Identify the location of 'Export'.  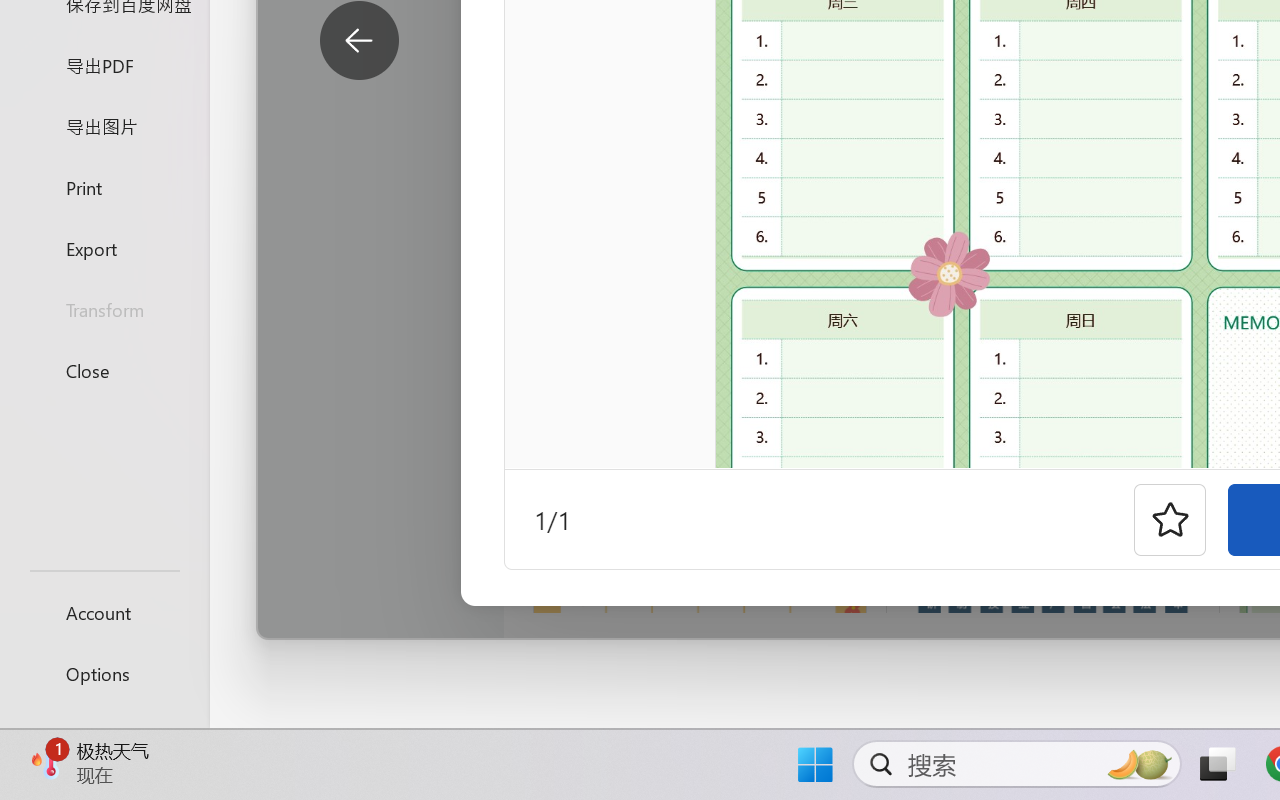
(103, 247).